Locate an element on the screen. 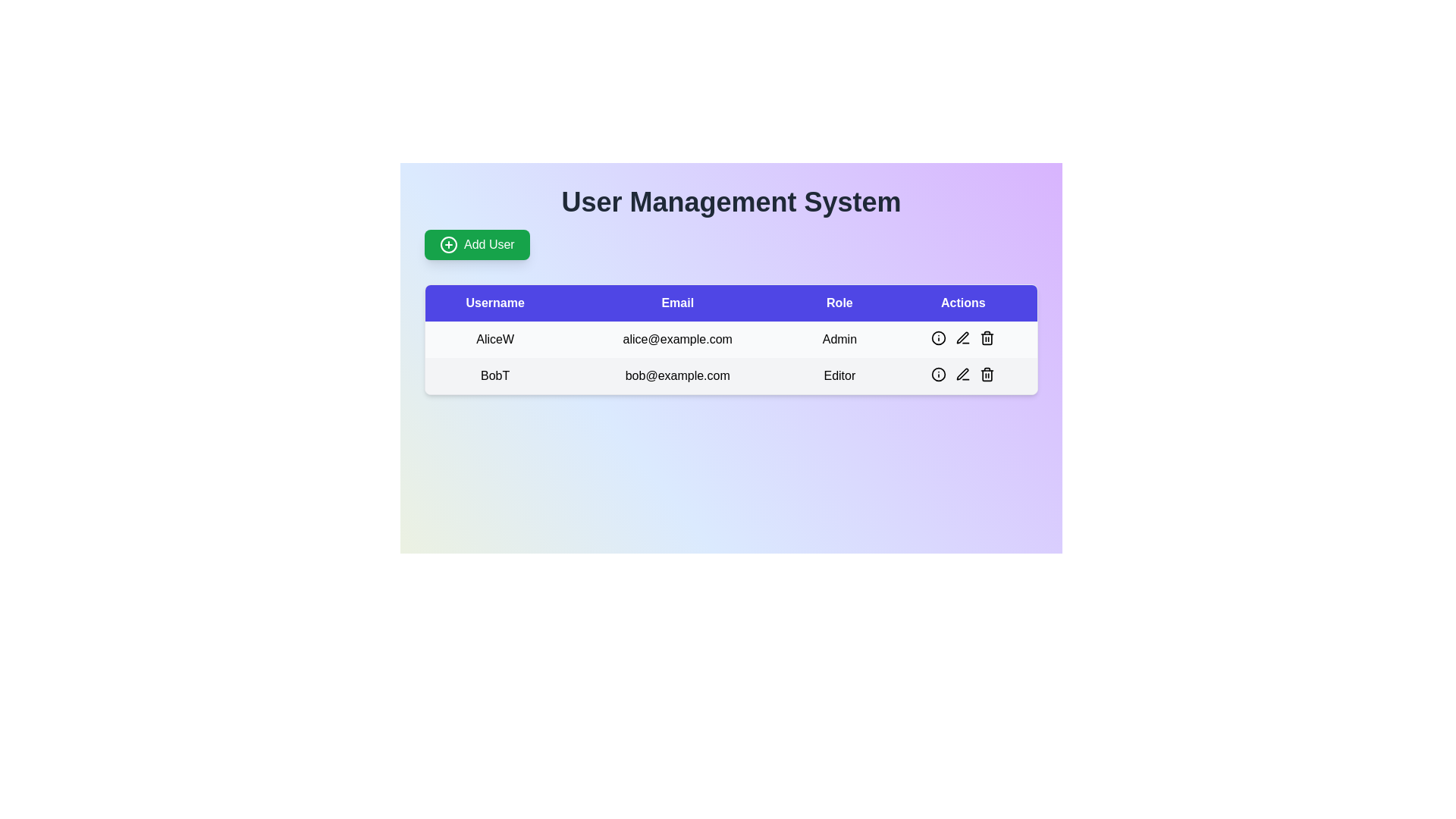  the green 'Add User' button with a white plus icon, located below the 'User Management System' header is located at coordinates (476, 244).